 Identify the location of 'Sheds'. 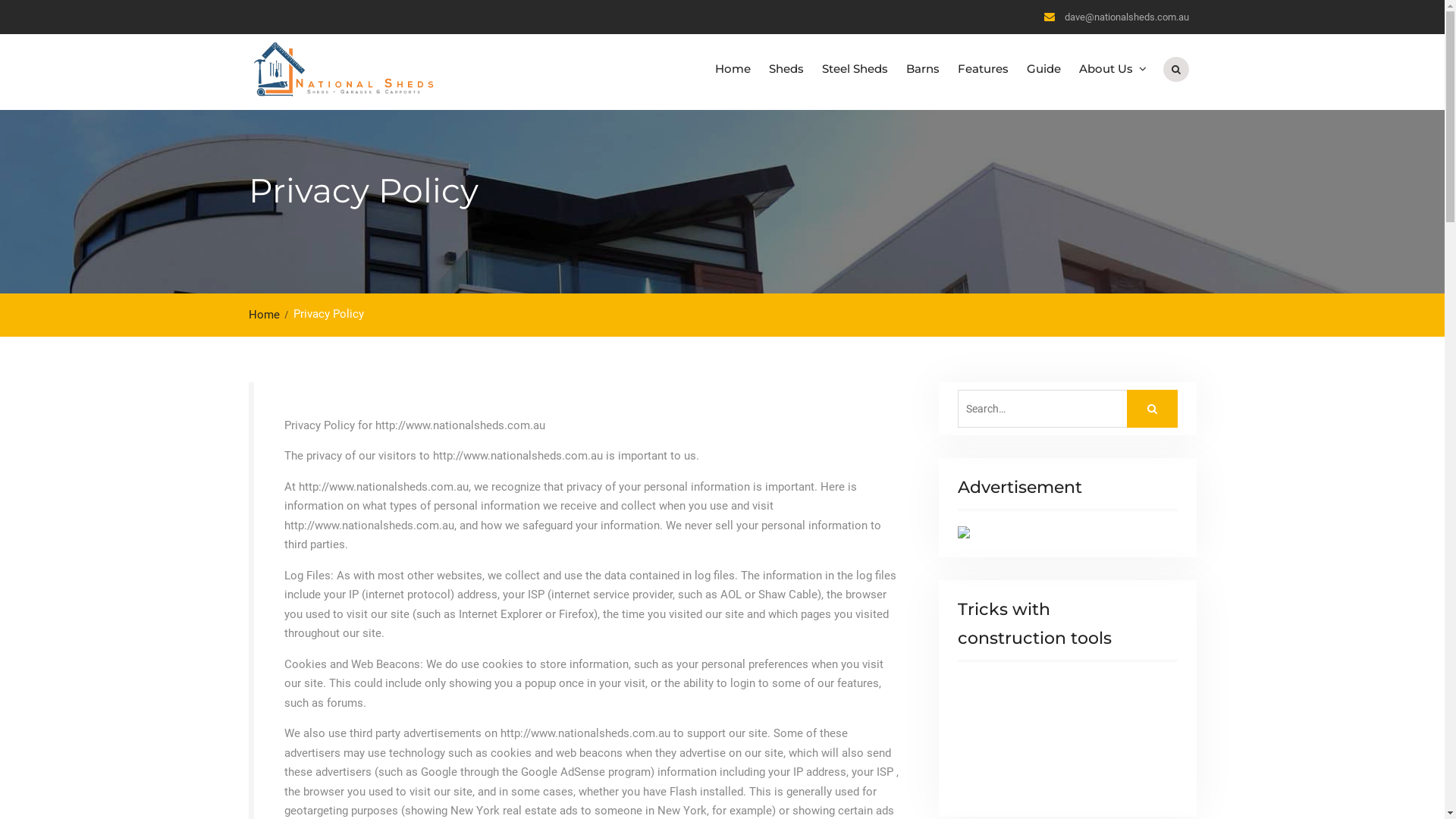
(786, 69).